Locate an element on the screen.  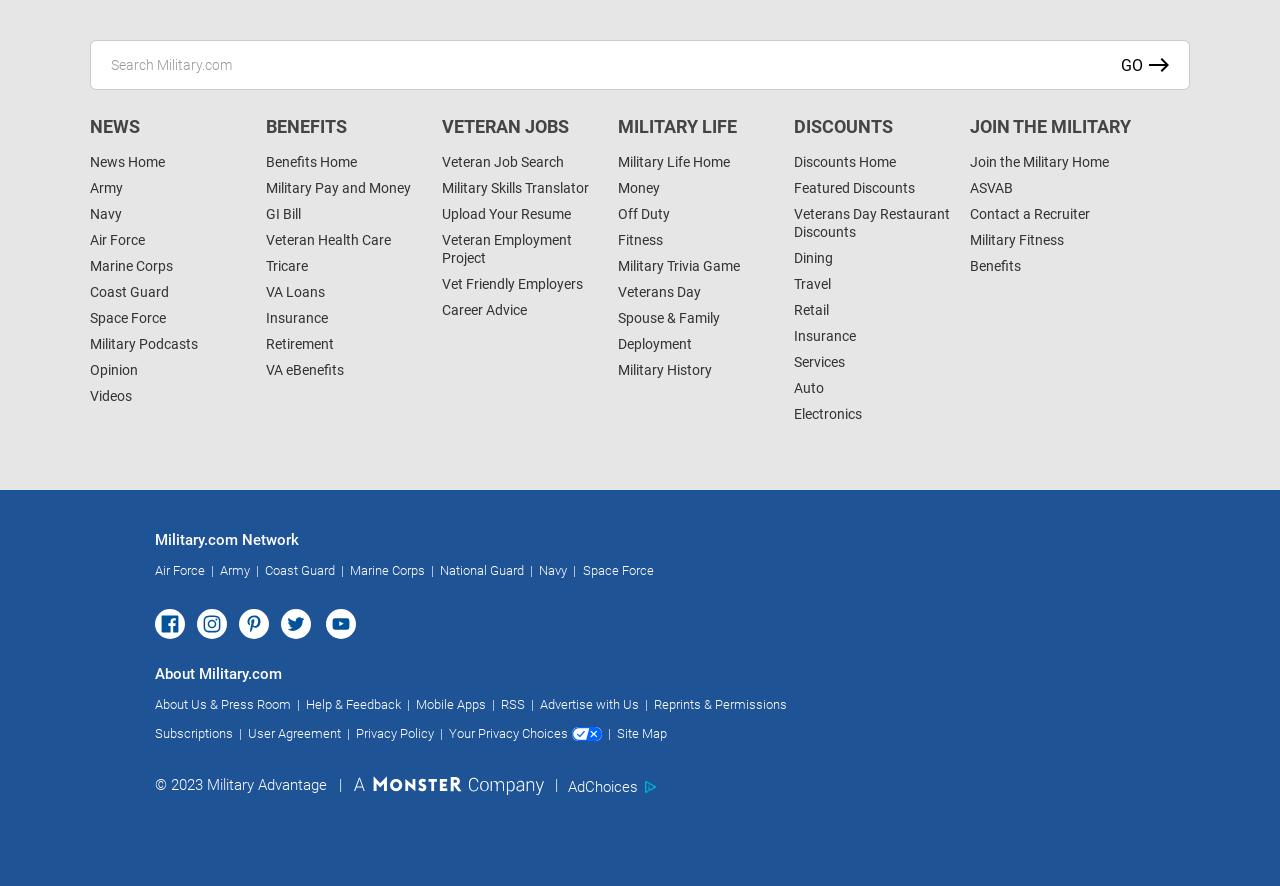
'Privacy Policy' is located at coordinates (355, 732).